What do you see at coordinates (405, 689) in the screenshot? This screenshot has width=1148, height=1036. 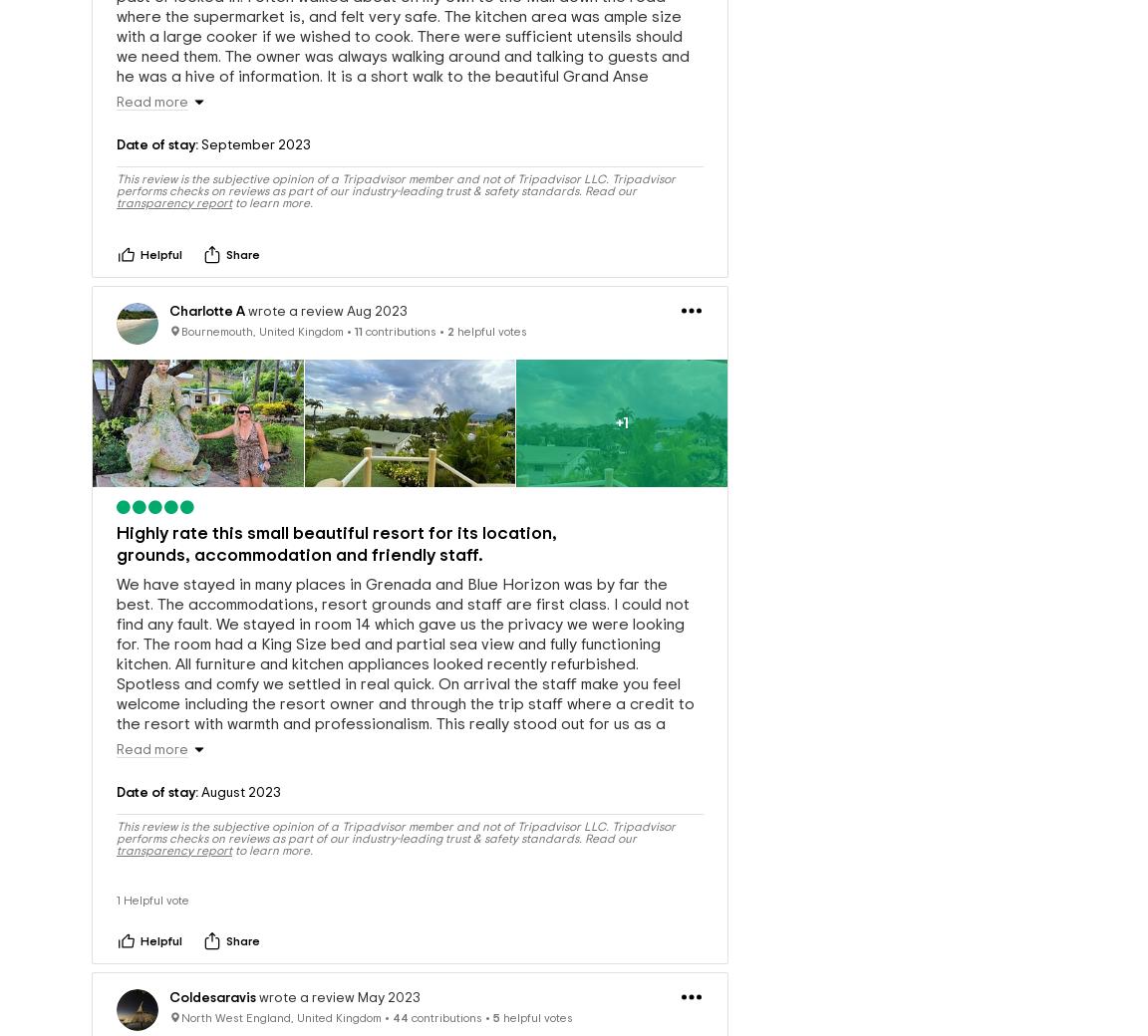 I see `'We have stayed in many places in Grenada and Blue Horizon was by far the best. The accommodations, resort grounds and staff are first class. I could not find any fault.  We stayed in room 14 which gave us the privacy we were looking for. The room had a King Size bed and partial sea view and fully functioning kitchen. All furniture and kitchen appliances looked recently refurbished. Spotless and comfy we settled in real quick. On arrival the staff make you feel welcome including the resort owner and through the trip staff where a credit to the resort with warmth and professionalism. This really stood out for us as a marker of a very well ram resort. The landscaped tropical gardens are incredible a real treat. You wouldn’t know how you central you are to everything Grand Anse had'` at bounding box center [405, 689].